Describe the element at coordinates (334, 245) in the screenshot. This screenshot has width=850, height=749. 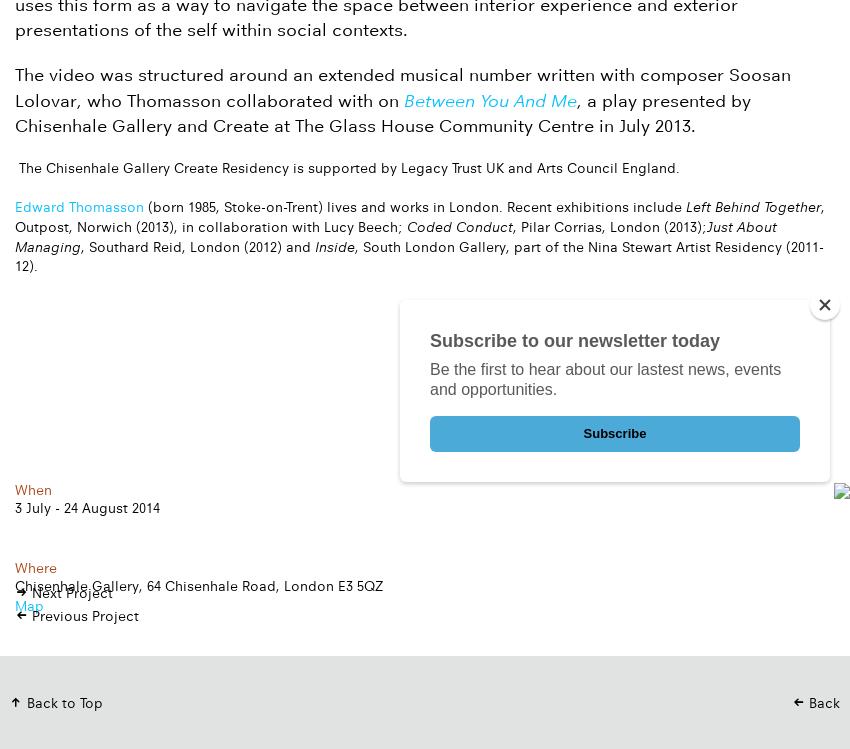
I see `'Inside'` at that location.